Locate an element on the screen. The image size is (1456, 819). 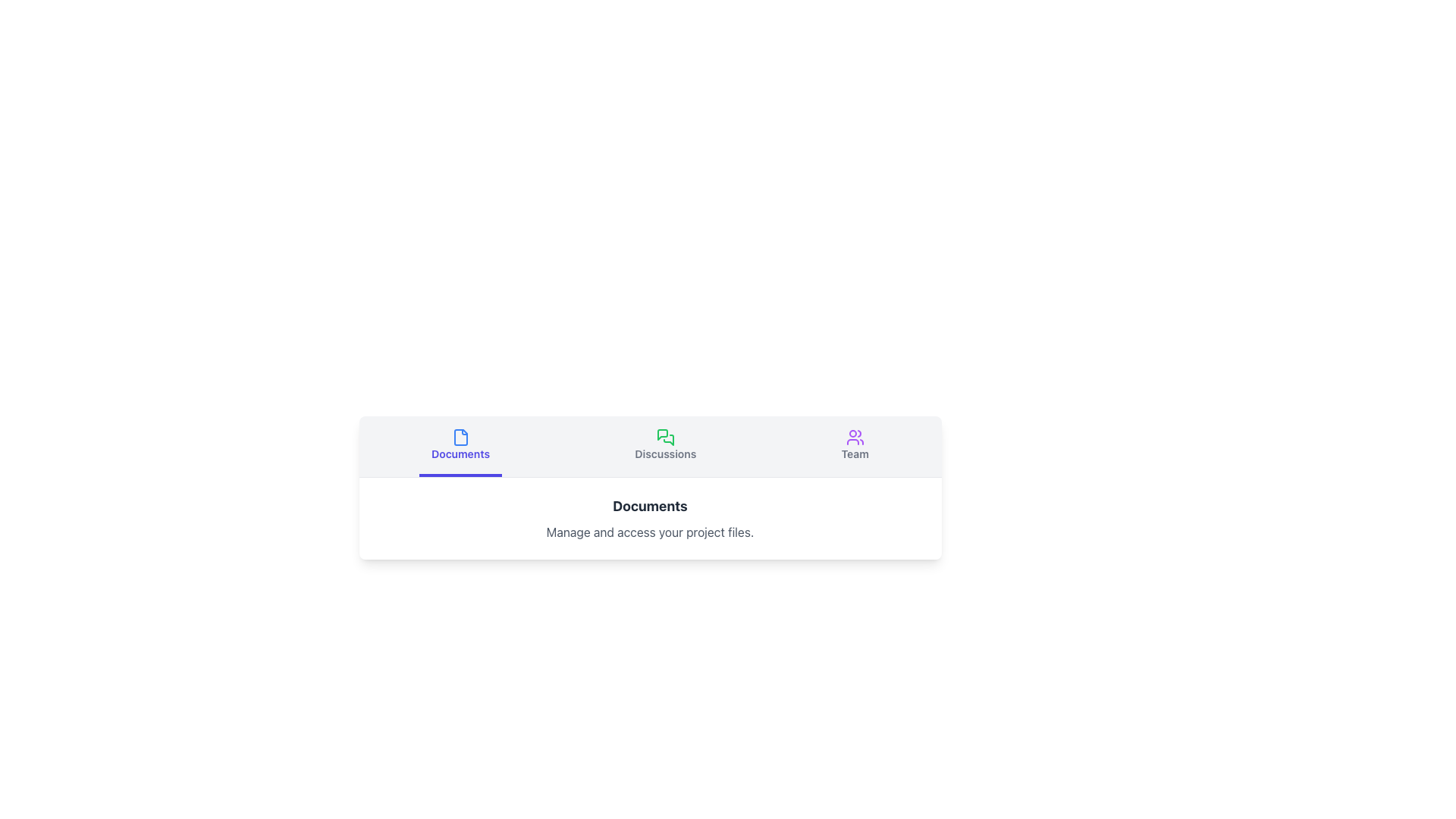
the green chat bubble icon located above the 'Discussions' label in the navigation bar is located at coordinates (665, 437).